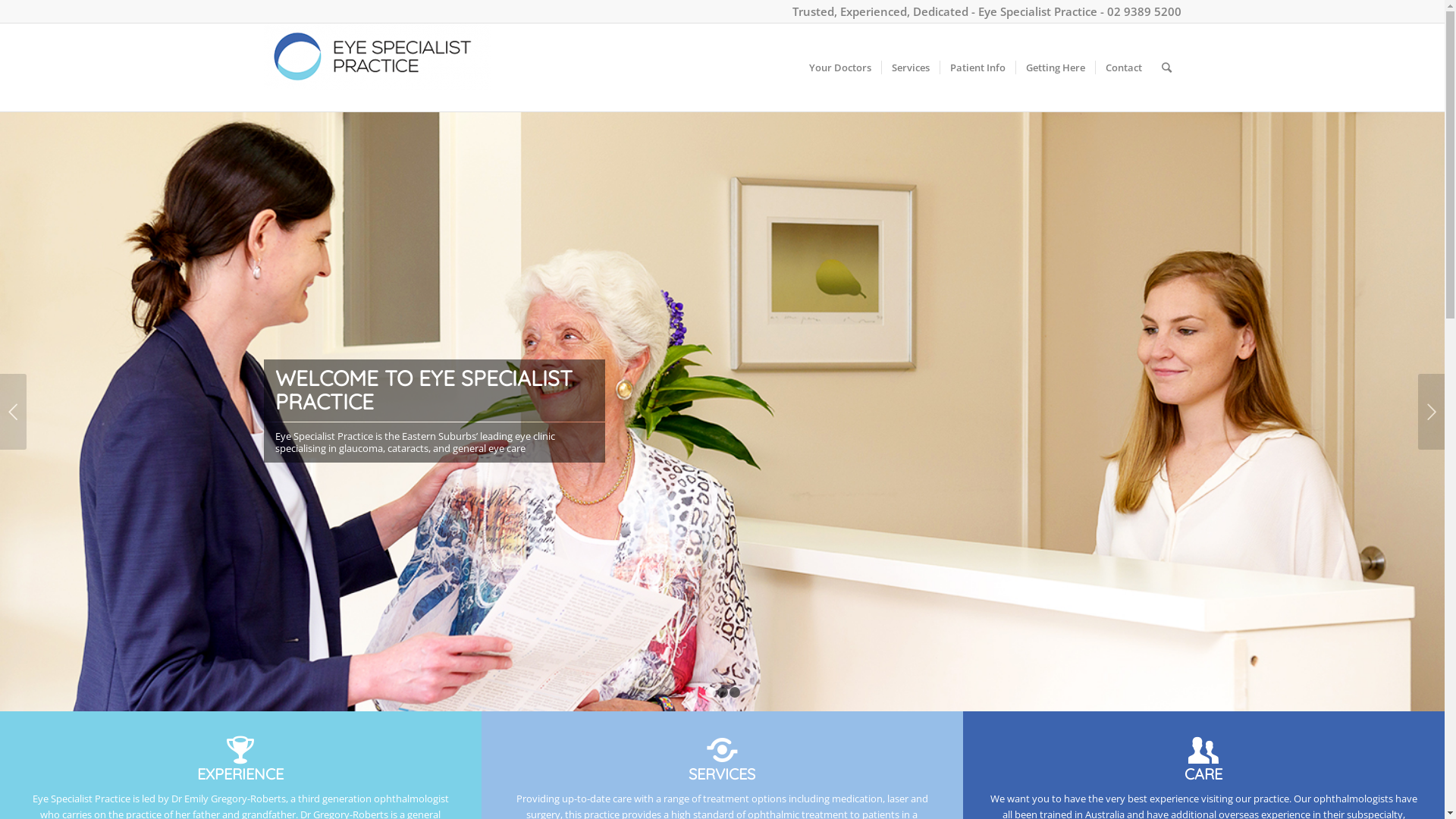 The image size is (1456, 819). What do you see at coordinates (704, 692) in the screenshot?
I see `'1'` at bounding box center [704, 692].